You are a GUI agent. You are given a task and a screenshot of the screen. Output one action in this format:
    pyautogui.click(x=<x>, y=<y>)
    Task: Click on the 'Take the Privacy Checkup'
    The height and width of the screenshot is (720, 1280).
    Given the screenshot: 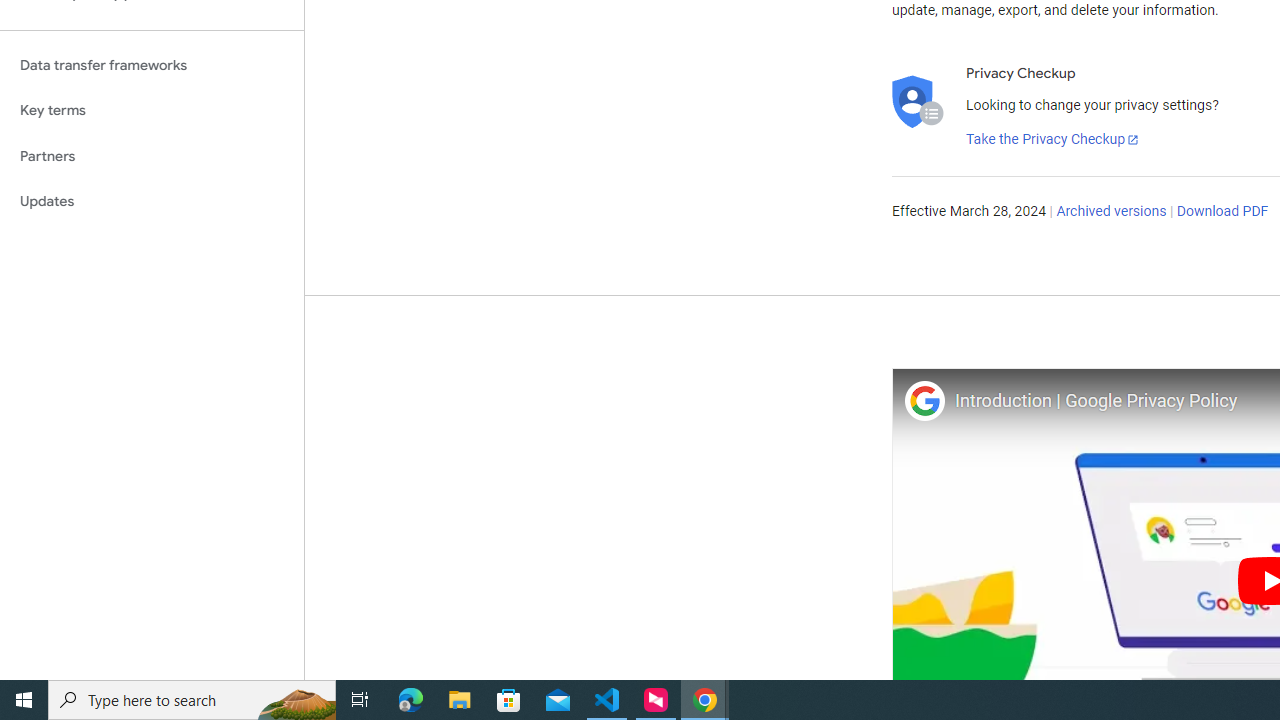 What is the action you would take?
    pyautogui.click(x=1052, y=139)
    